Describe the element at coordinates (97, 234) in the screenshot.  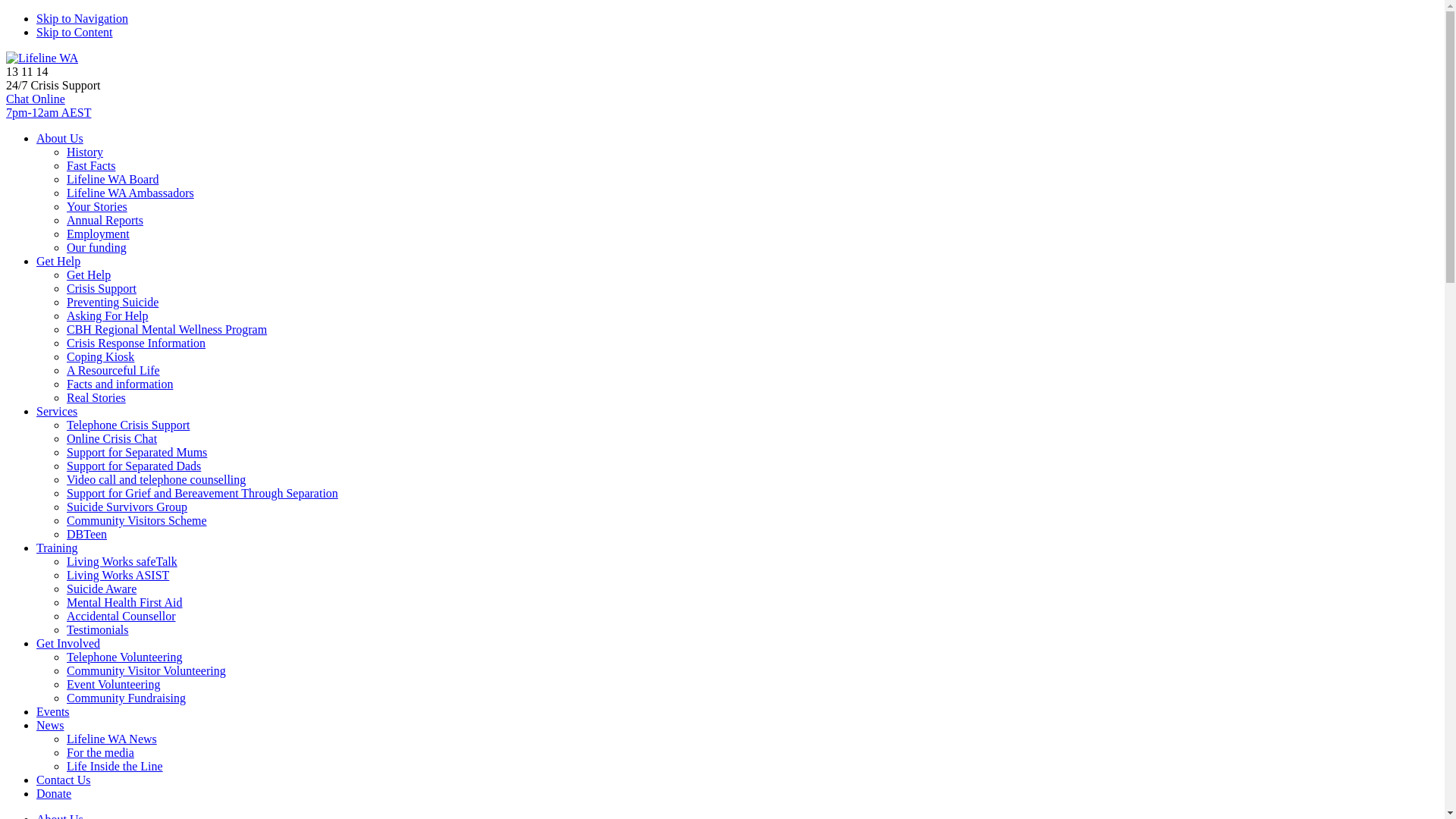
I see `'Employment'` at that location.